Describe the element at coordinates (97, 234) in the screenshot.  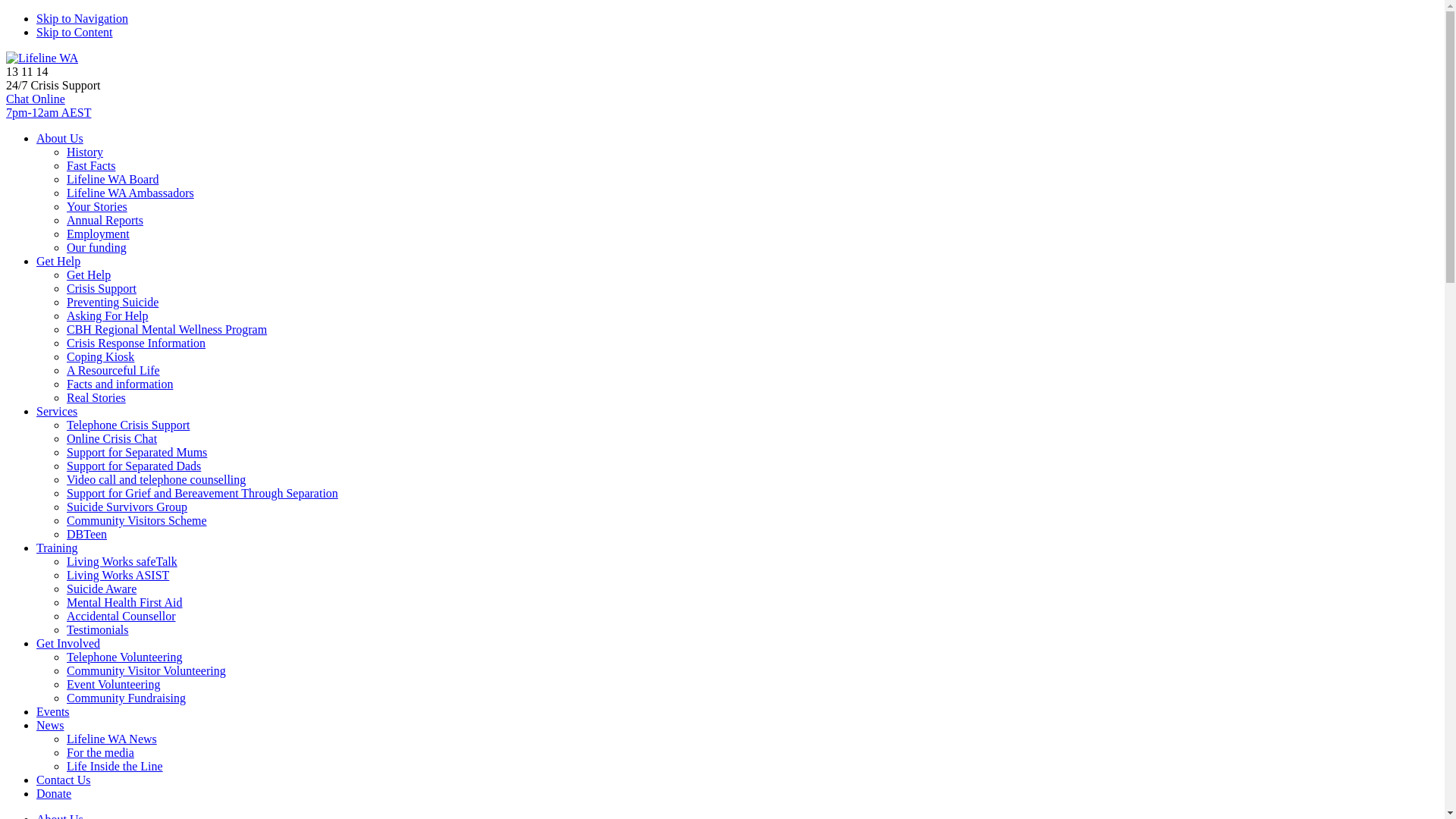
I see `'Employment'` at that location.